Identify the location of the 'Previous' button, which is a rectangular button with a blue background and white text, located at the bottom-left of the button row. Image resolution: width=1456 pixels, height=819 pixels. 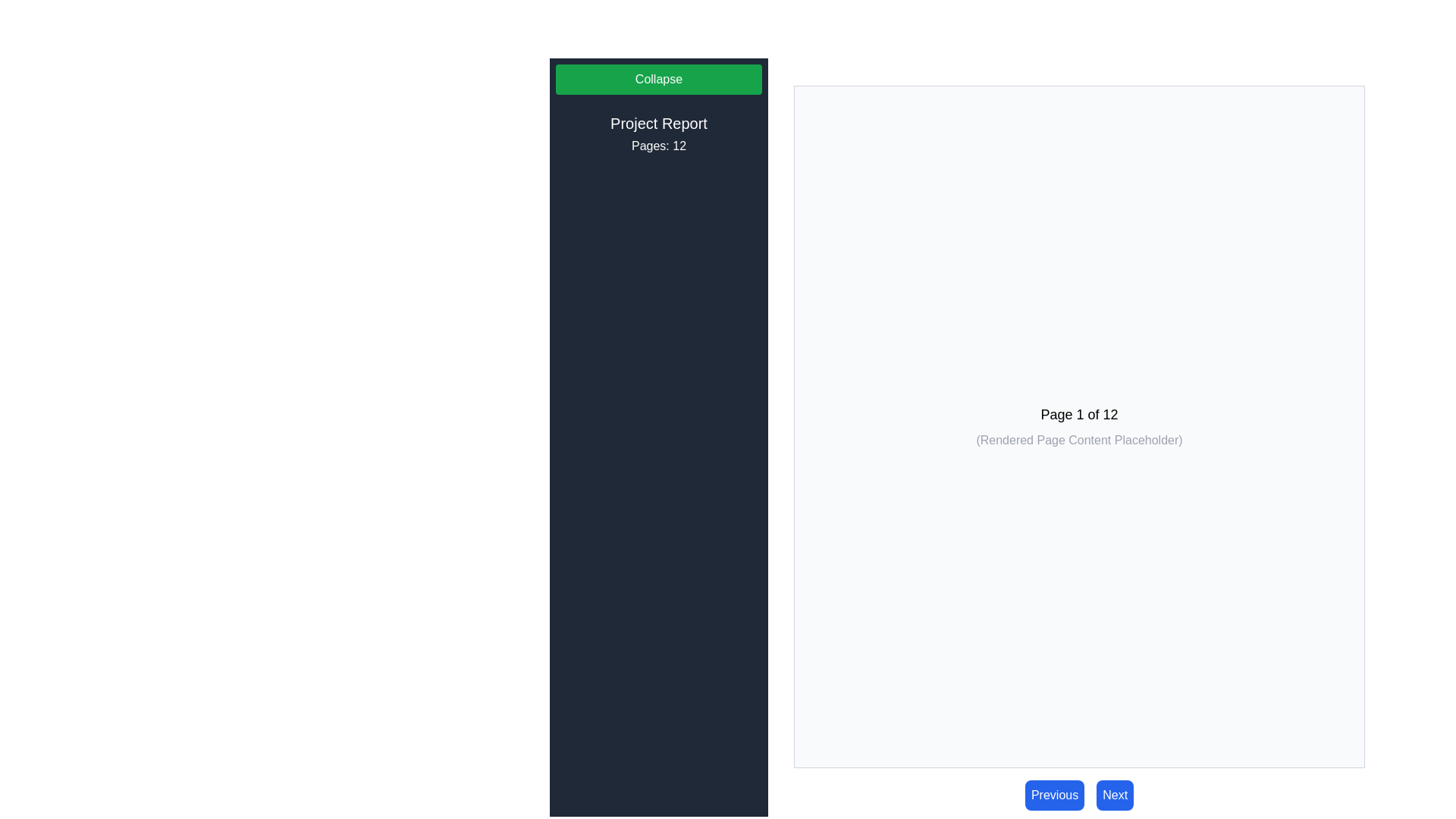
(1054, 795).